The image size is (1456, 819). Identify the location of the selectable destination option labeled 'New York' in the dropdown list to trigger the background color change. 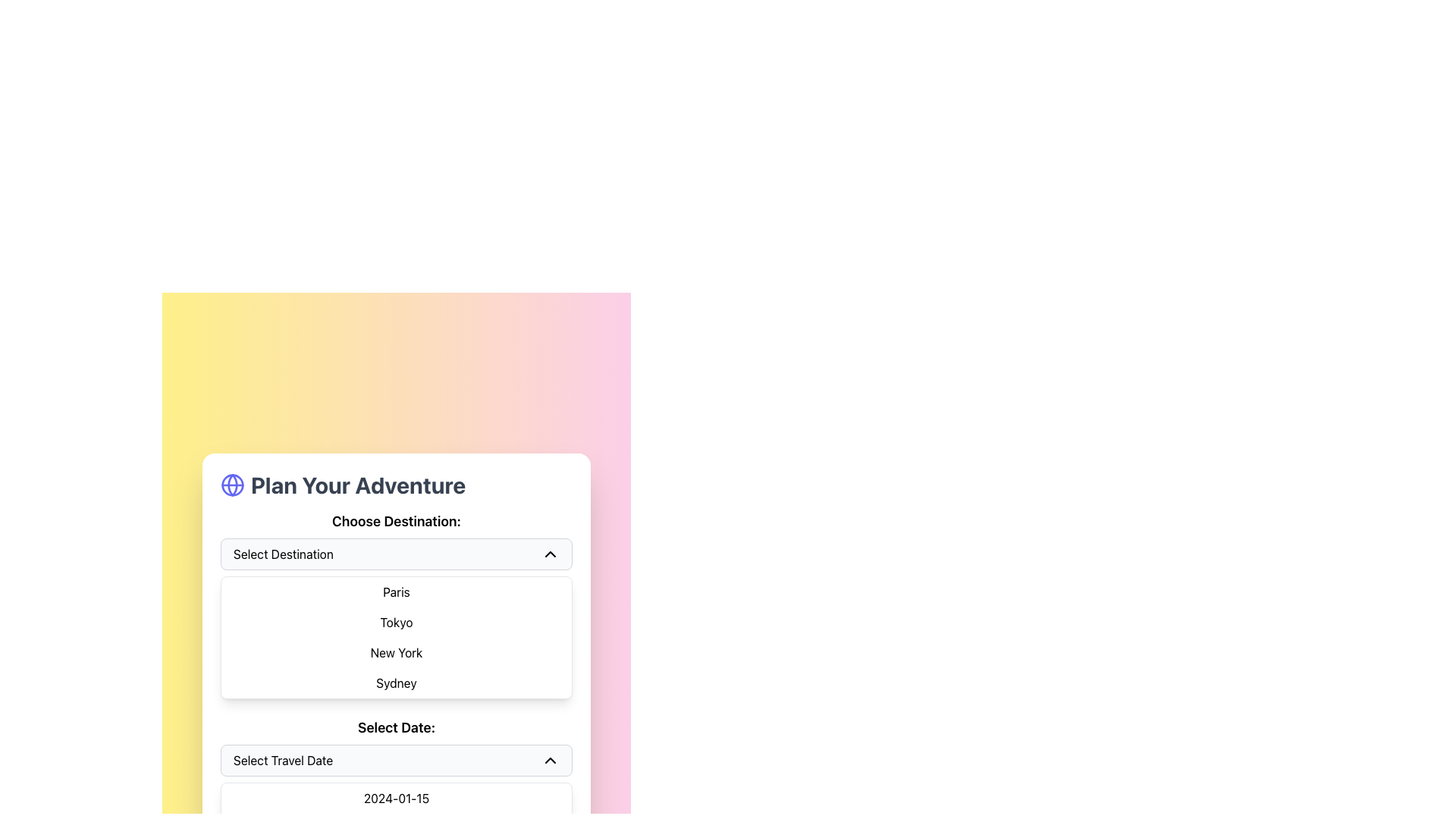
(397, 651).